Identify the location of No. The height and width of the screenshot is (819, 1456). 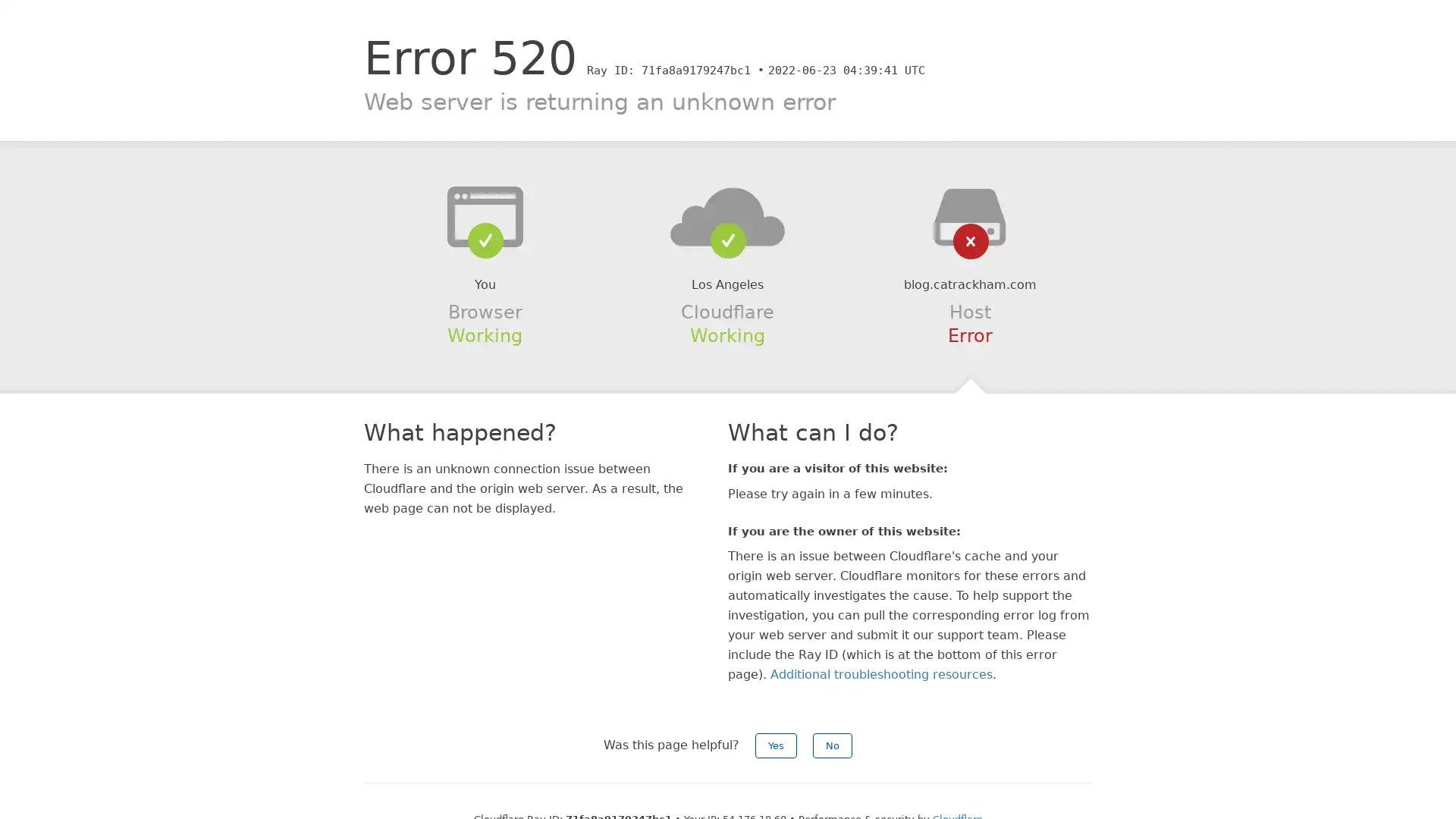
(832, 745).